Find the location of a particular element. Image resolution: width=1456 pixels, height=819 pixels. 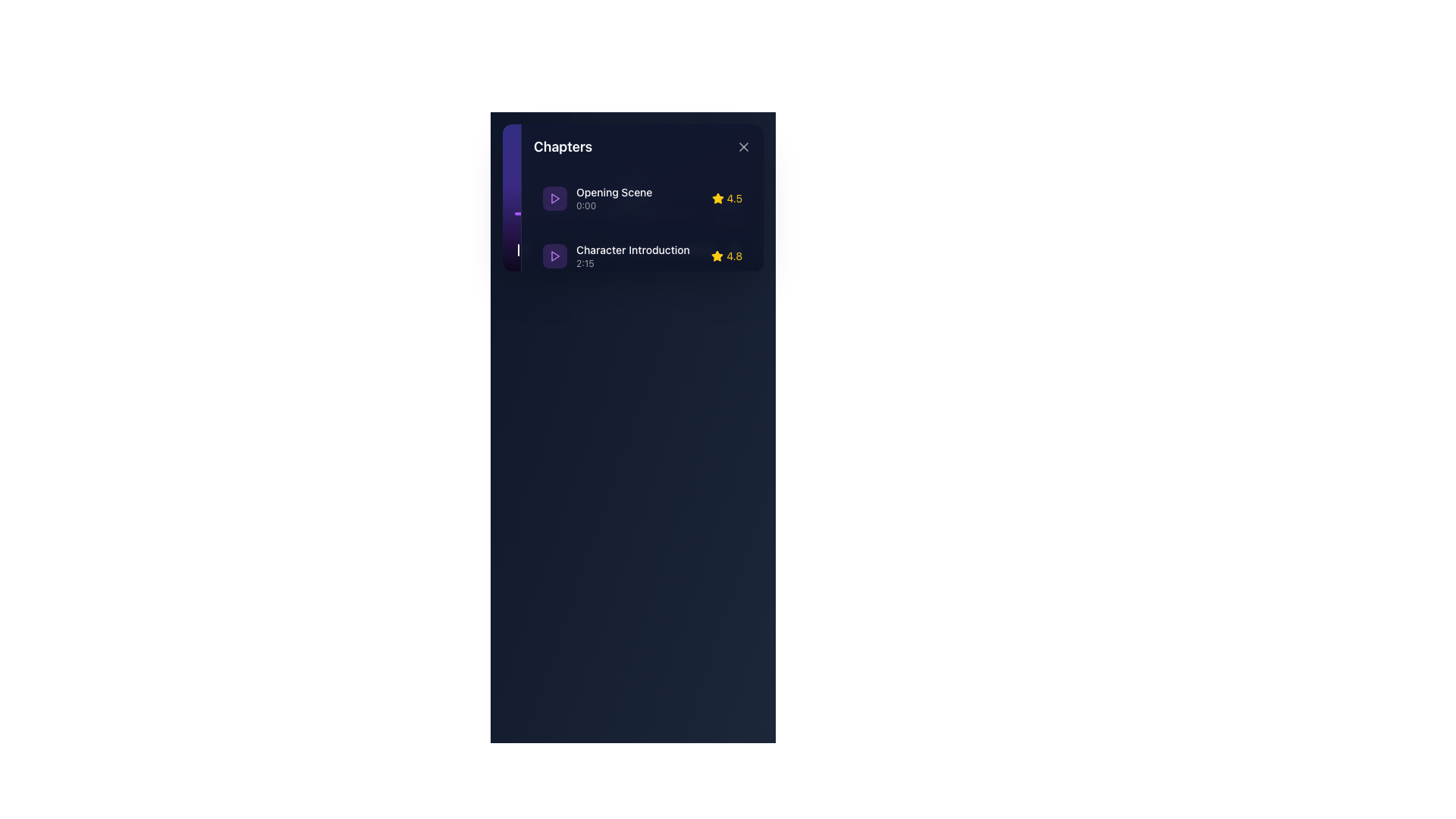

the 'X'-shaped close button in the top-right corner of the 'Chapters' section is located at coordinates (743, 146).